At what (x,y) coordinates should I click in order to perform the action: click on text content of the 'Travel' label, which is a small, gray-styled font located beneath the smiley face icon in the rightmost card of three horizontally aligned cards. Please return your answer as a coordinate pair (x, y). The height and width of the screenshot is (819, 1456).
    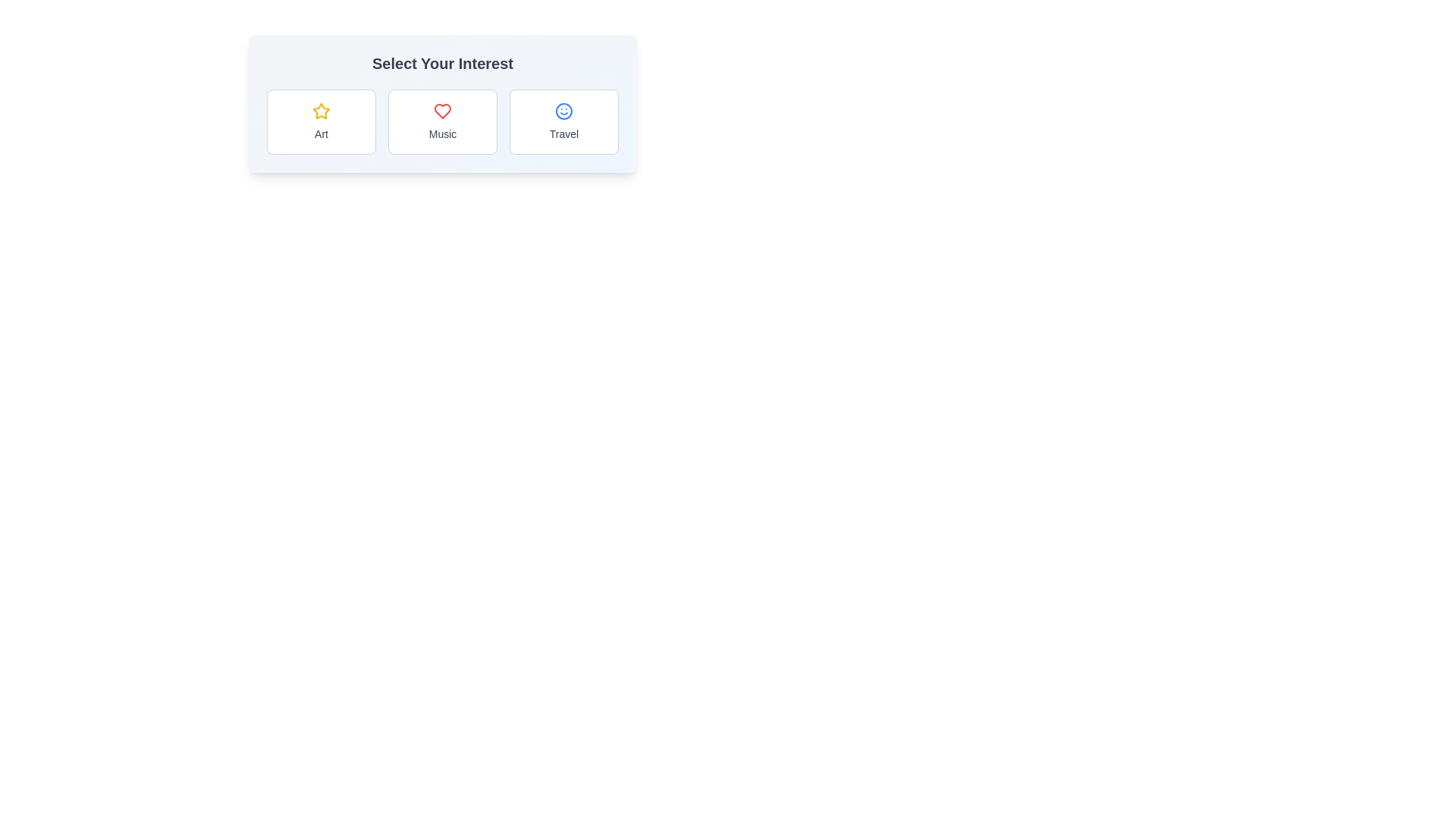
    Looking at the image, I should click on (563, 133).